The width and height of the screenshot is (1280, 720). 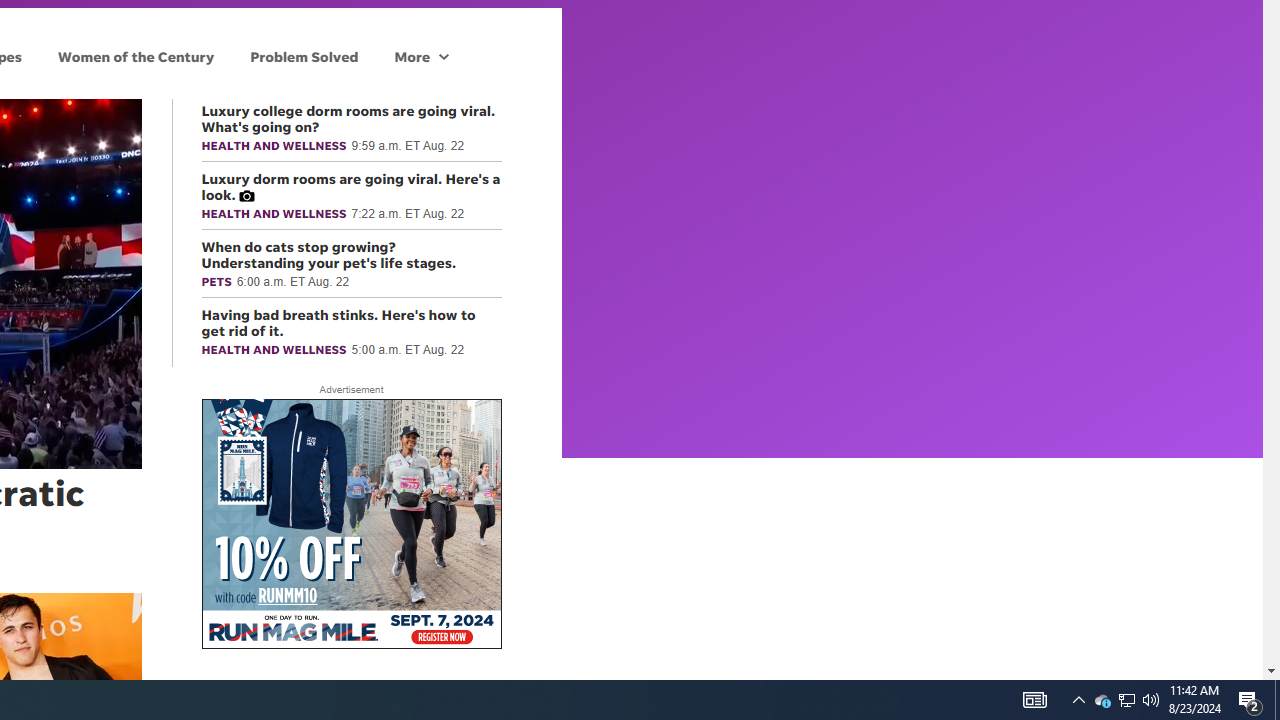 What do you see at coordinates (1127, 698) in the screenshot?
I see `'User Promoted Notification Area'` at bounding box center [1127, 698].